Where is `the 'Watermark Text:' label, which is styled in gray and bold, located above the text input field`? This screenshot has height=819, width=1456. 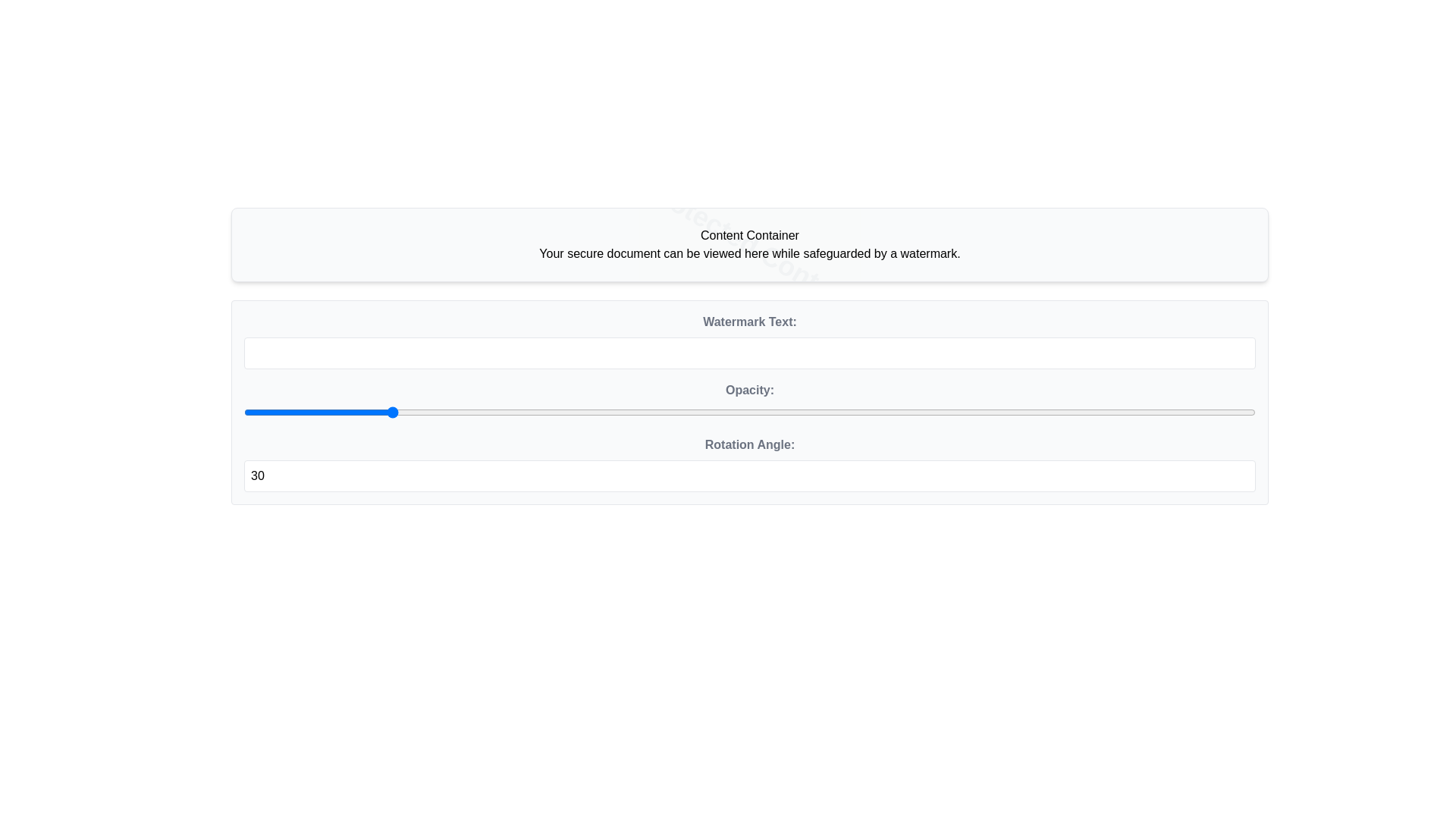
the 'Watermark Text:' label, which is styled in gray and bold, located above the text input field is located at coordinates (749, 321).